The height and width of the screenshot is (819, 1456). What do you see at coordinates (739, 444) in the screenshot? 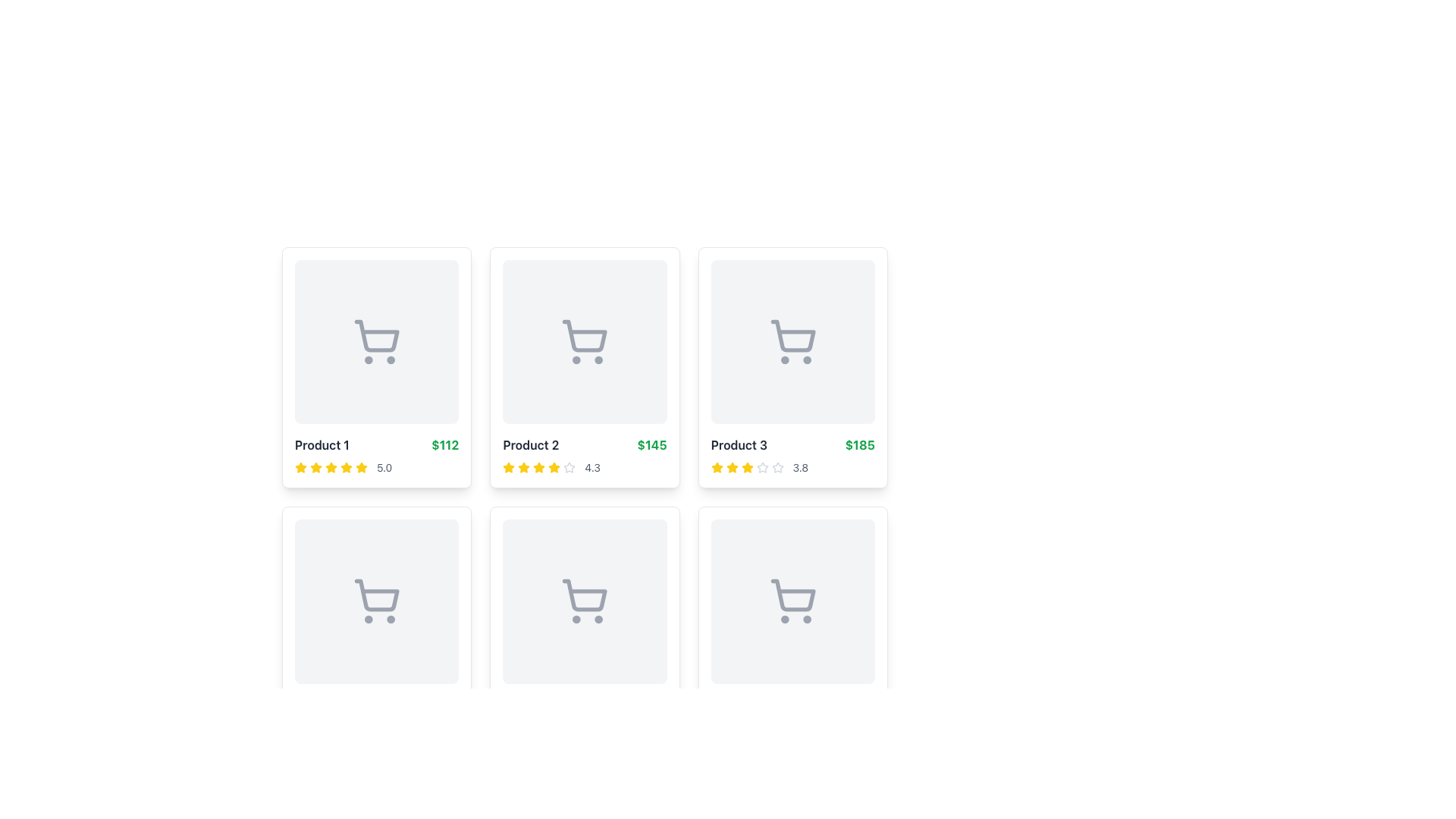
I see `the 'Product 3' text label, which is displayed in bold dark font and located in the top-right section of the grid layout, adjacent to the price indicator` at bounding box center [739, 444].